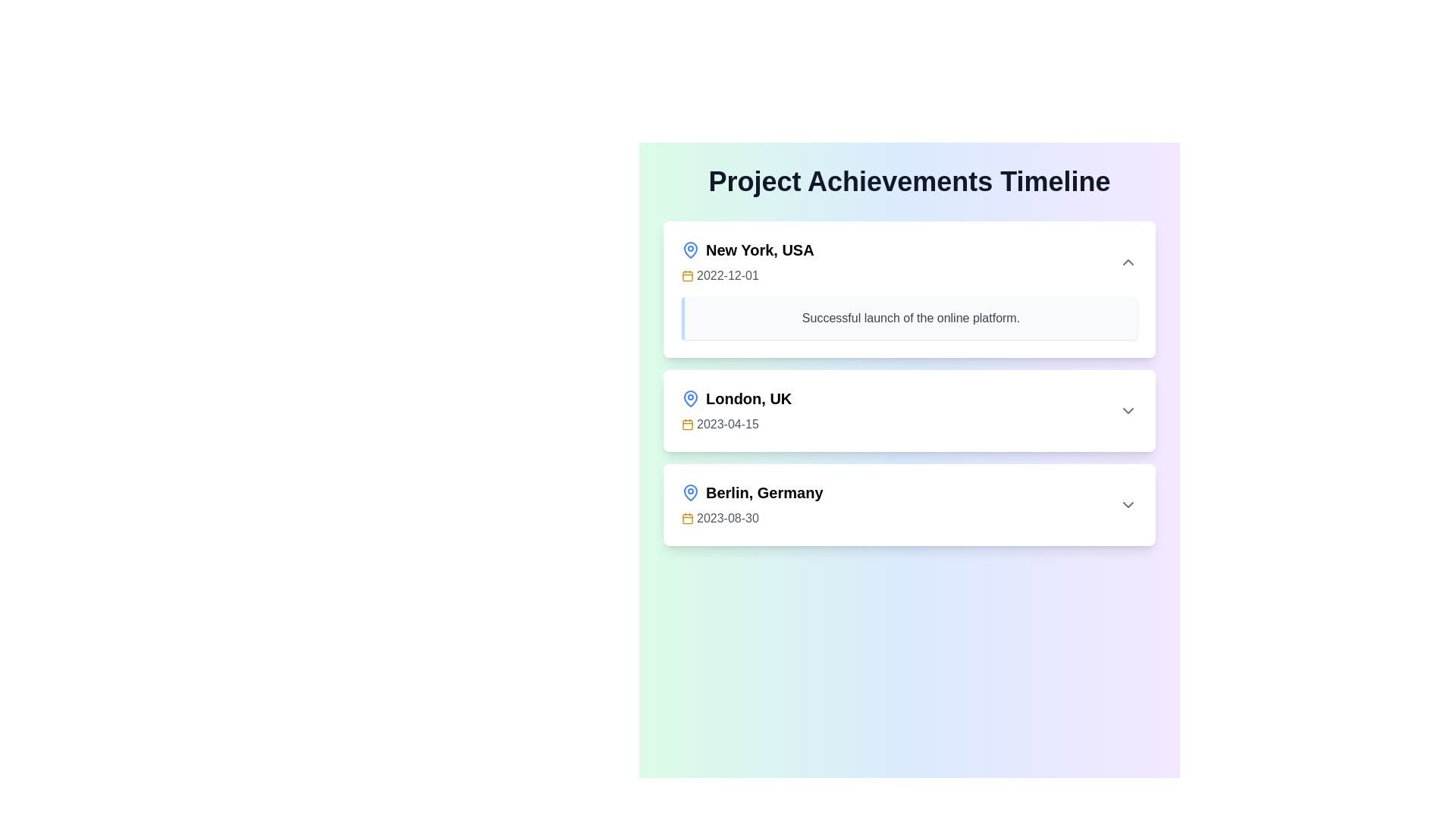  Describe the element at coordinates (748, 249) in the screenshot. I see `the header element displaying 'New York, USA' with a blue location marker icon, which is positioned at the top of the list item` at that location.